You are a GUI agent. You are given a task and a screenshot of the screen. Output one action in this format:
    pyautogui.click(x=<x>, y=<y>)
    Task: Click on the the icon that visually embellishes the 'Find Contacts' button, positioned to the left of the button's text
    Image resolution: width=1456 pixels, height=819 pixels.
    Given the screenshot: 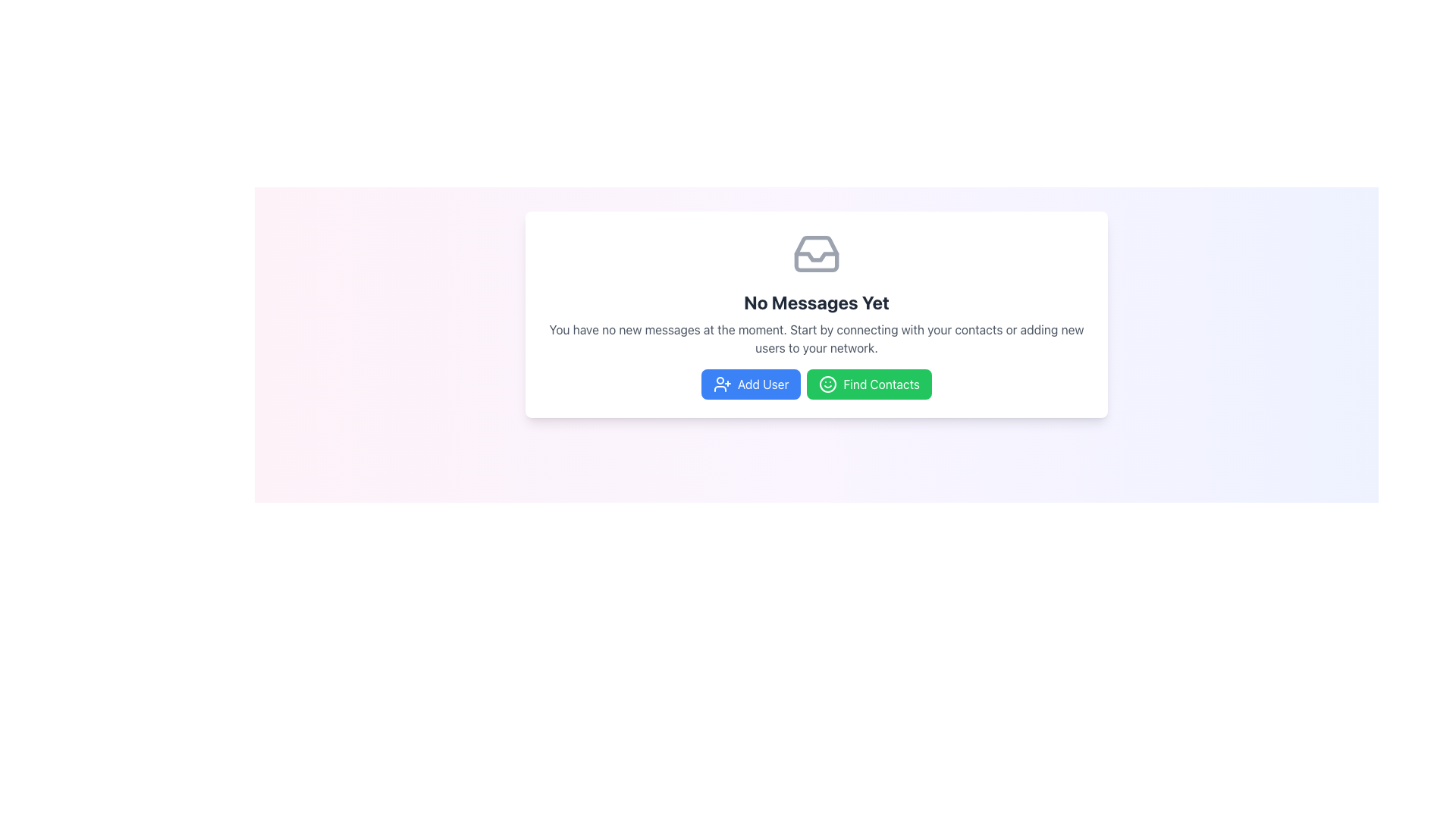 What is the action you would take?
    pyautogui.click(x=827, y=383)
    